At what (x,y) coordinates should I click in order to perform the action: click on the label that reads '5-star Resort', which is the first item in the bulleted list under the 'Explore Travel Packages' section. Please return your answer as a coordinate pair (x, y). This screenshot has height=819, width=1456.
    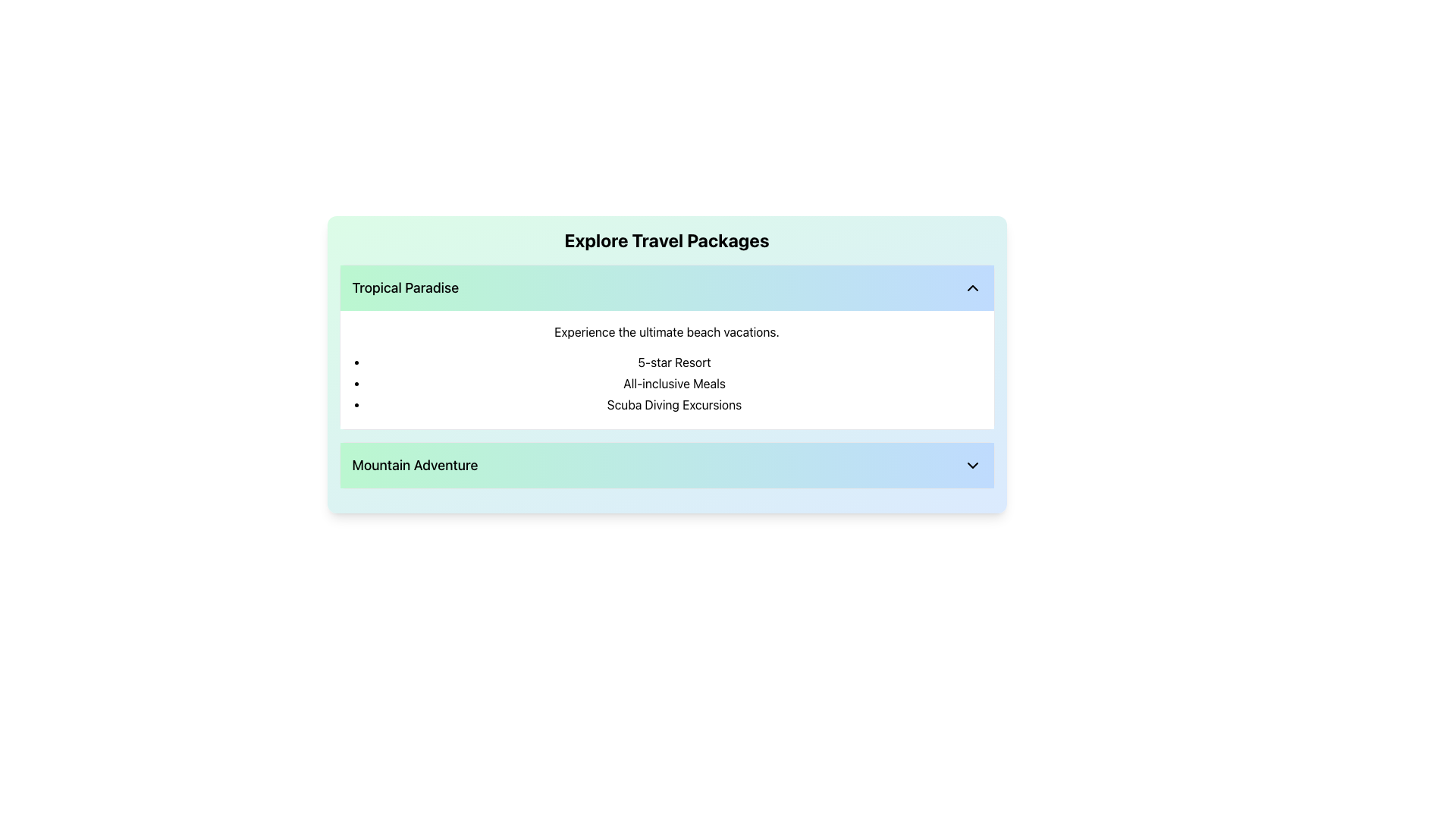
    Looking at the image, I should click on (673, 362).